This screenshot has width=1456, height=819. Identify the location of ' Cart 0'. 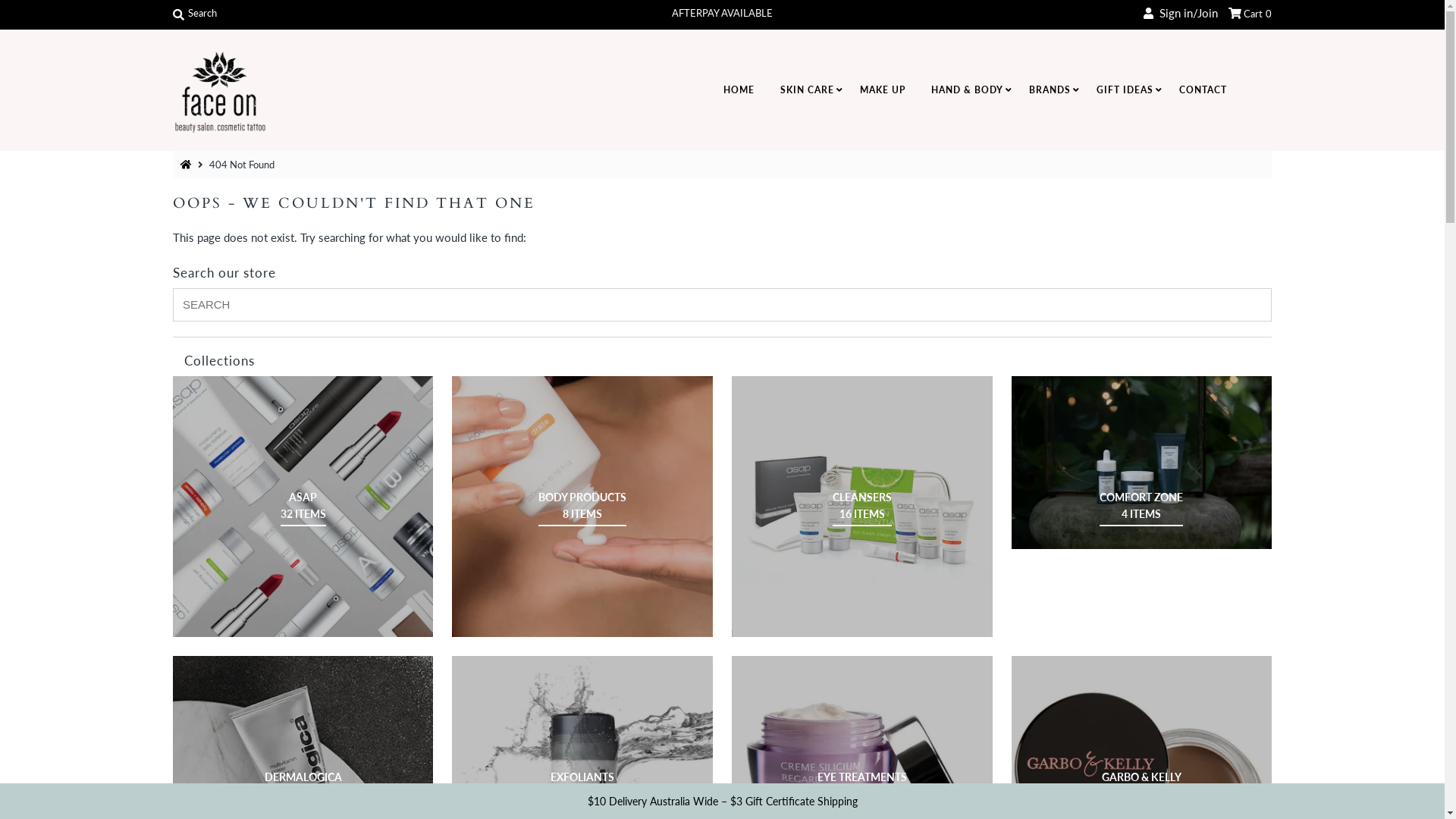
(1250, 12).